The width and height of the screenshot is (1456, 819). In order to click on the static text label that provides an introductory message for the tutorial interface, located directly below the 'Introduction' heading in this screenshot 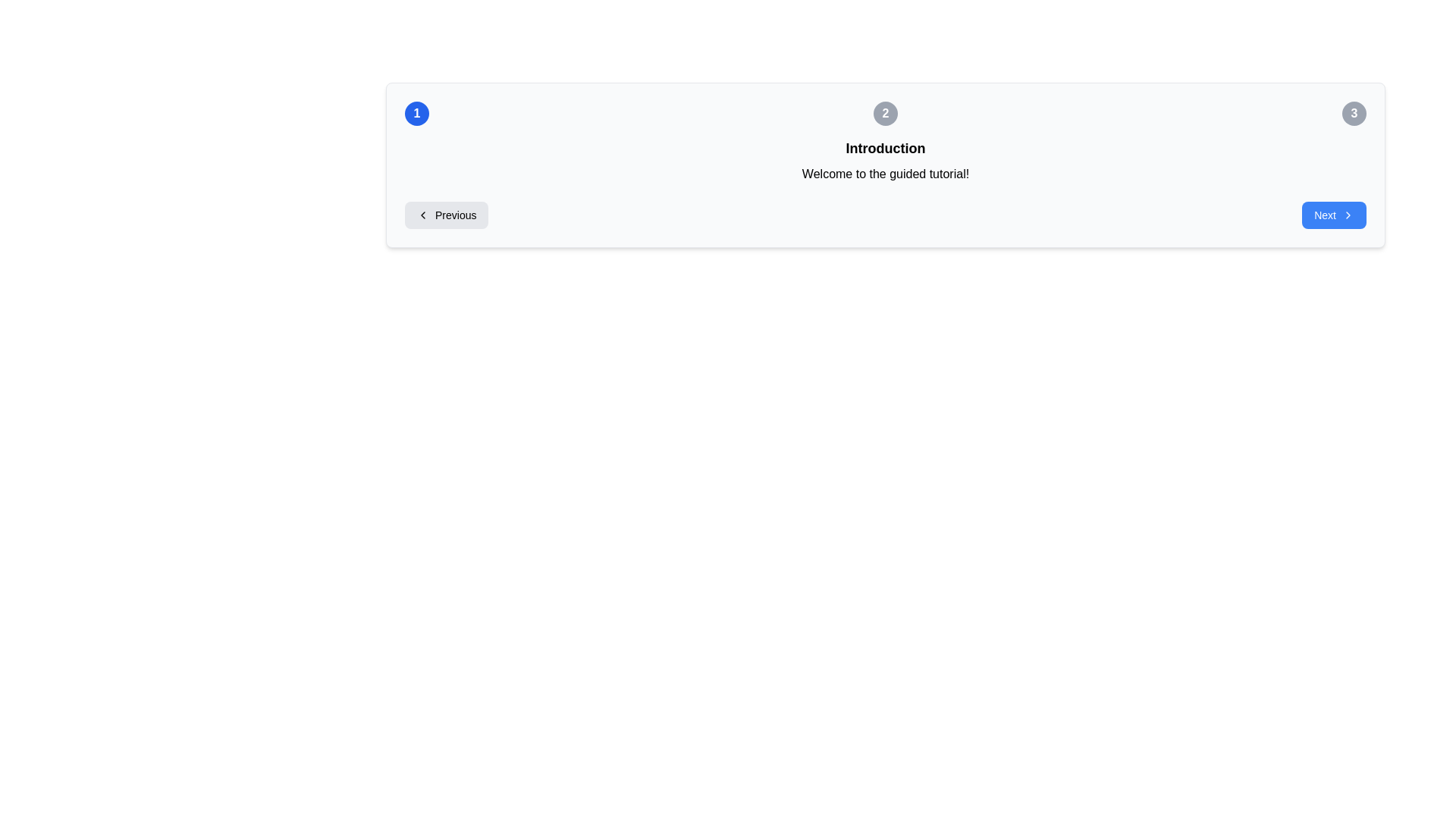, I will do `click(885, 174)`.